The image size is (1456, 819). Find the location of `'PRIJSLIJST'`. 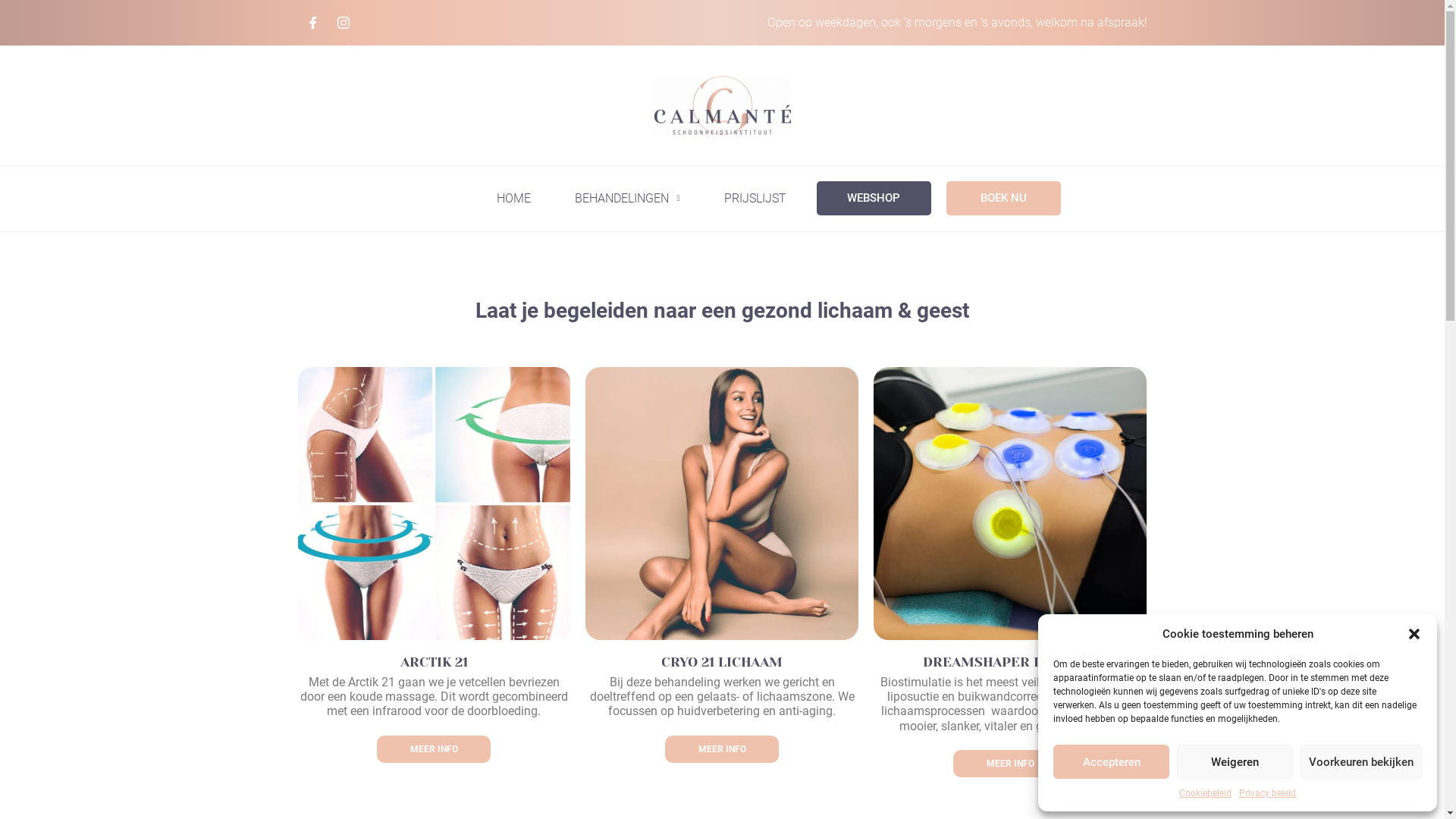

'PRIJSLIJST' is located at coordinates (754, 198).